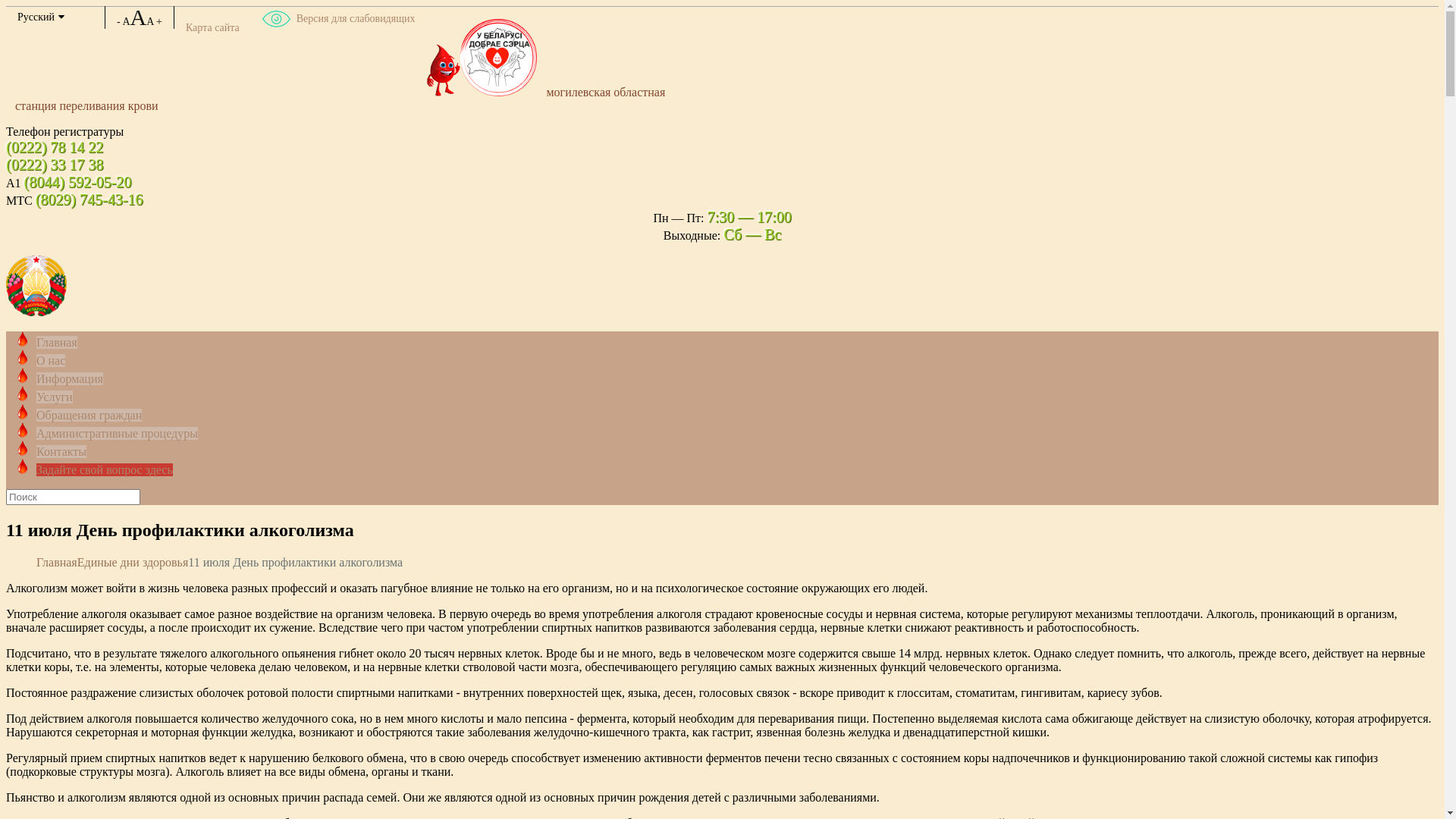  Describe the element at coordinates (137, 21) in the screenshot. I see `'AAA'` at that location.